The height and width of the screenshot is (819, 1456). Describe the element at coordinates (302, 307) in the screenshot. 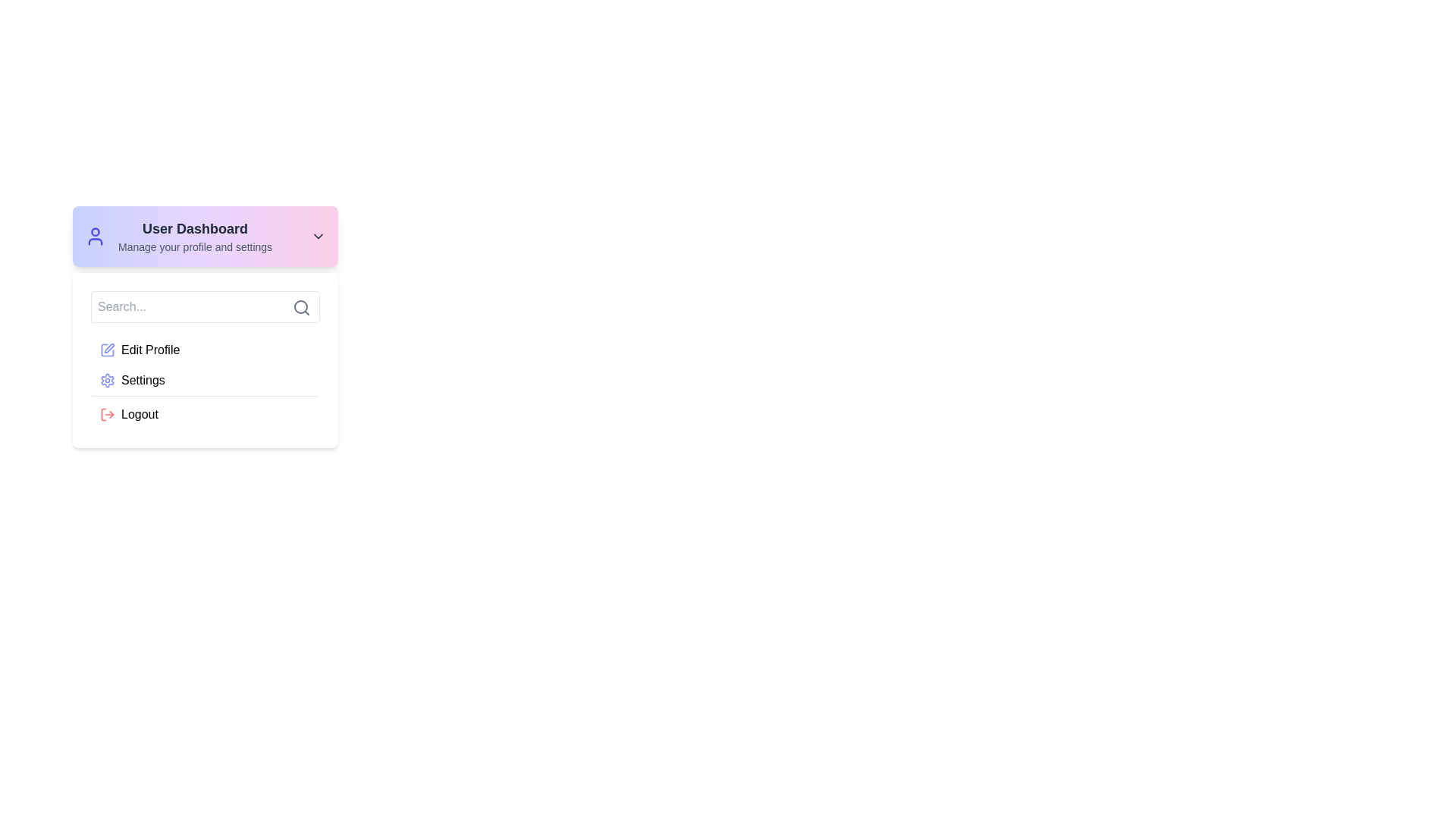

I see `the gray magnifying glass icon located at the top-right corner inside the search bar for potential visual feedback` at that location.